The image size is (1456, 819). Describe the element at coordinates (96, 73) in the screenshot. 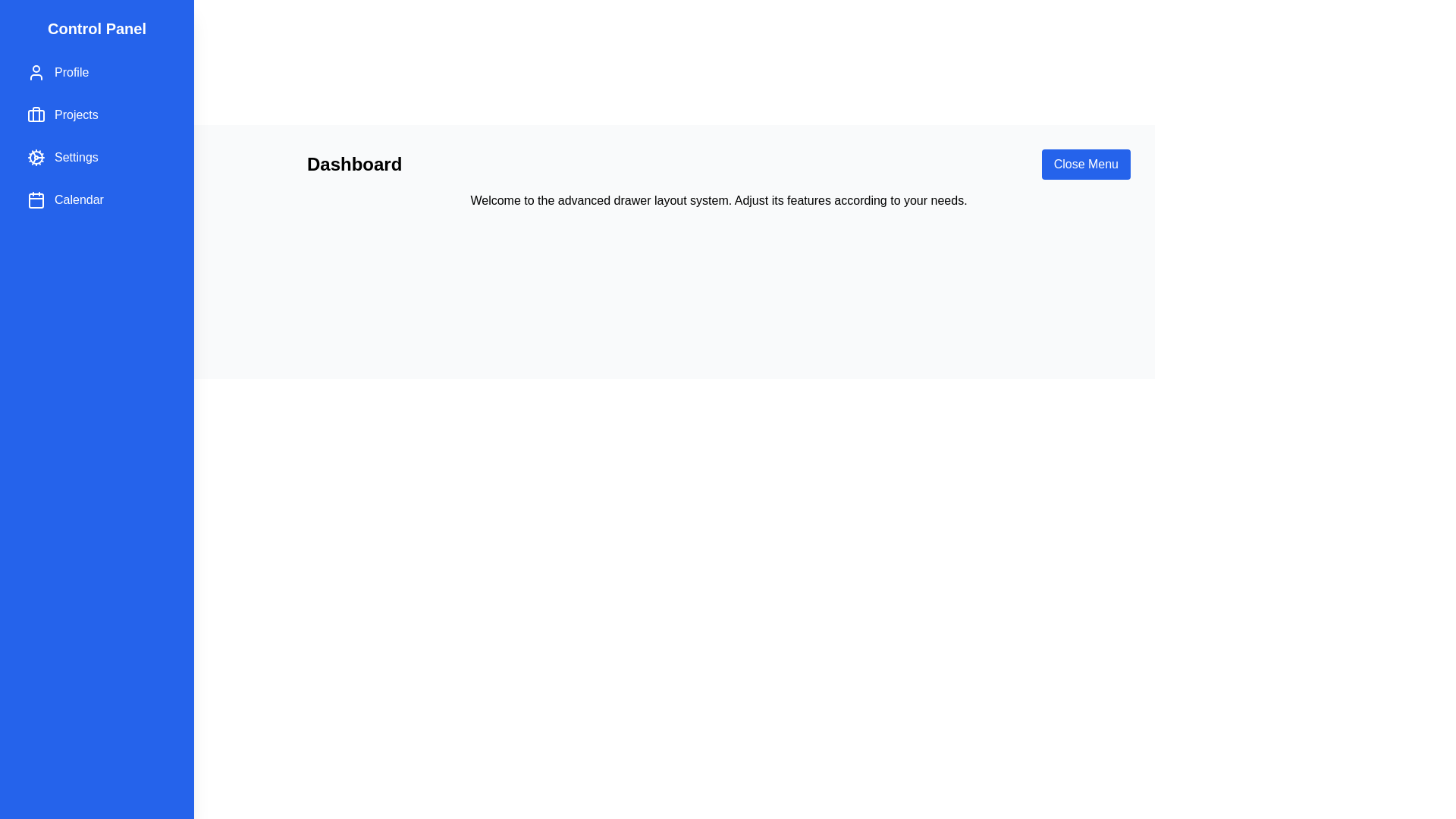

I see `the 'Profile' button located at the top of the vertical list in the left side panel` at that location.